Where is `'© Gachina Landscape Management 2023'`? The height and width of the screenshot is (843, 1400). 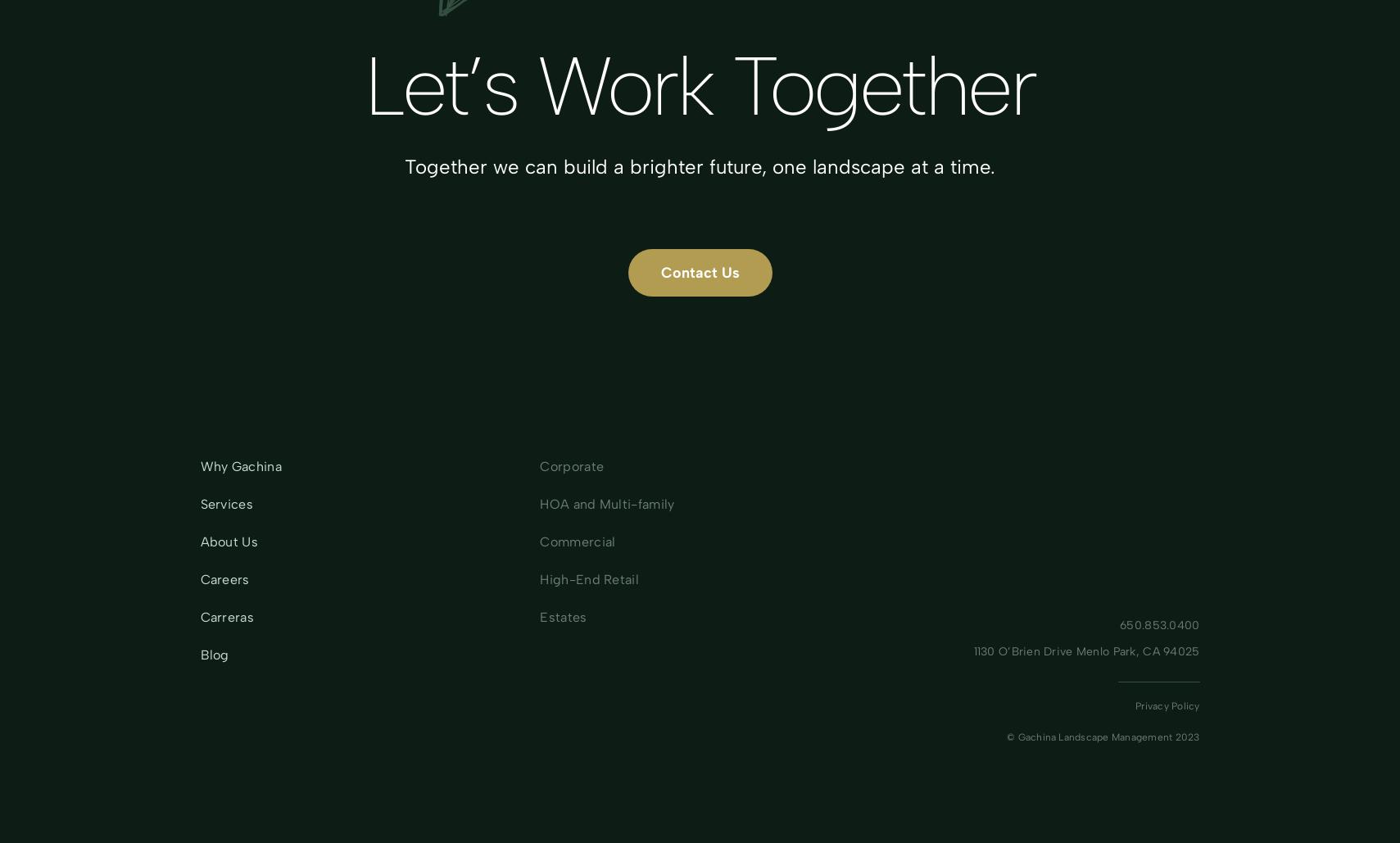 '© Gachina Landscape Management 2023' is located at coordinates (1006, 736).